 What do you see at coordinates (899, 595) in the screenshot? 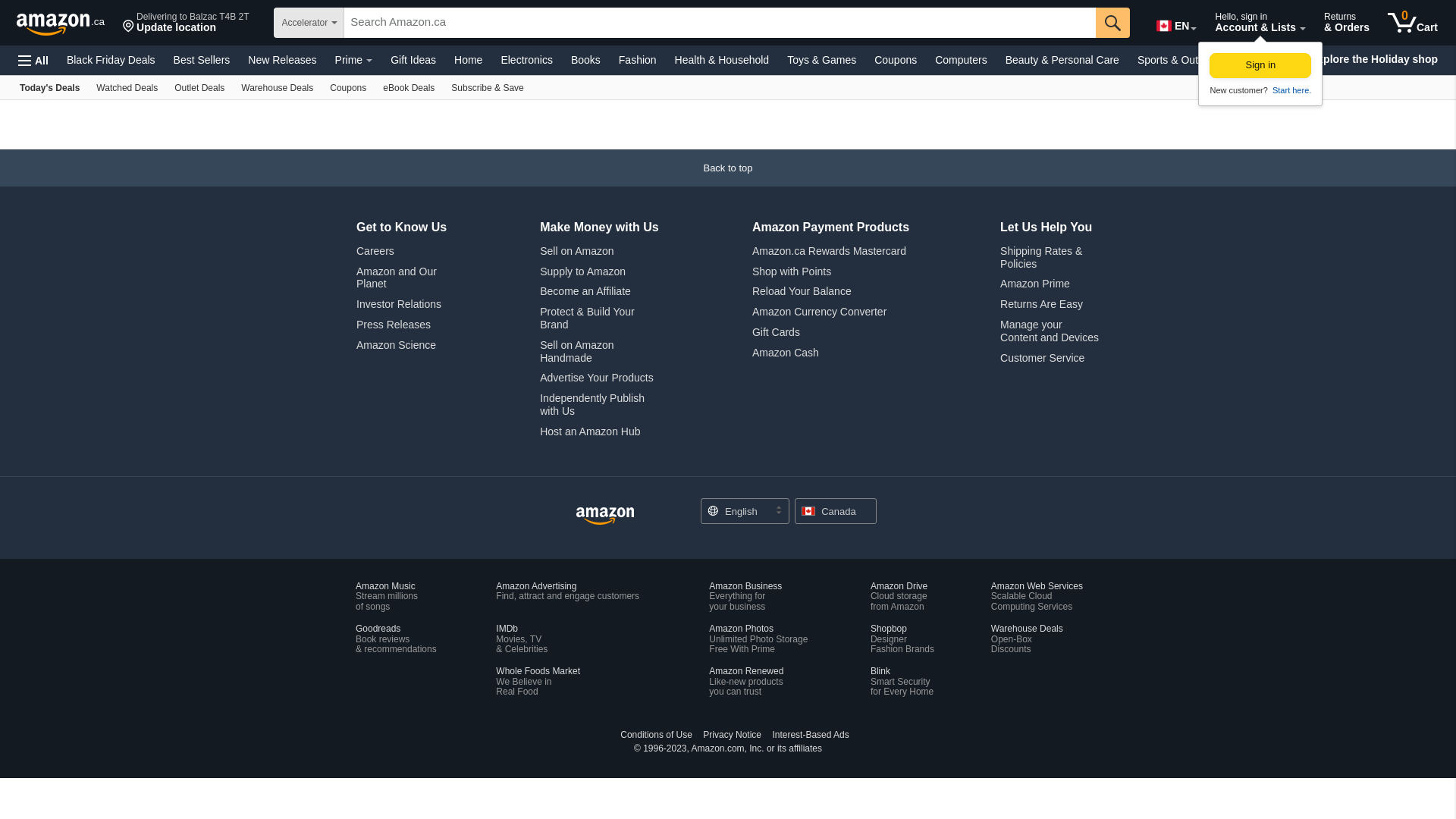
I see `'Amazon Drive` at bounding box center [899, 595].